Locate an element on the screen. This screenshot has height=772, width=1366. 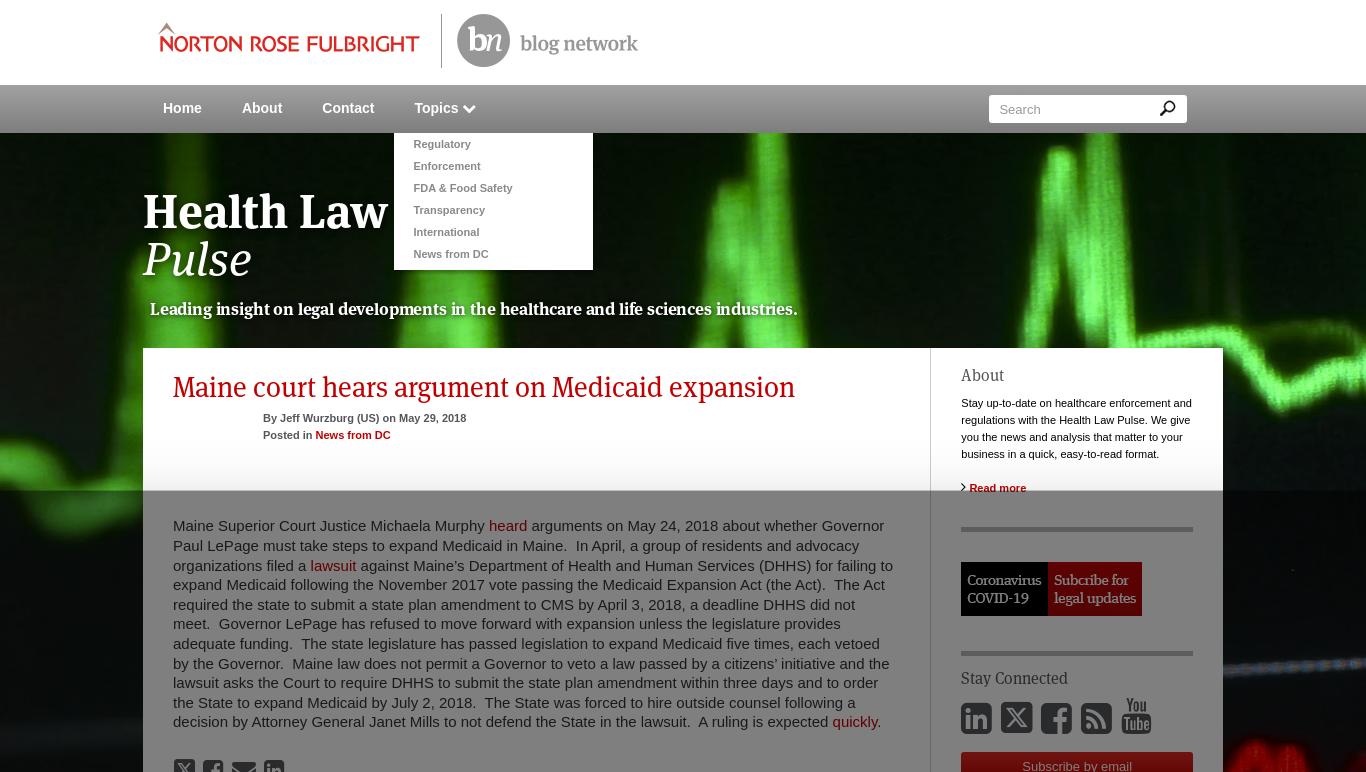
'Leading' is located at coordinates (179, 308).